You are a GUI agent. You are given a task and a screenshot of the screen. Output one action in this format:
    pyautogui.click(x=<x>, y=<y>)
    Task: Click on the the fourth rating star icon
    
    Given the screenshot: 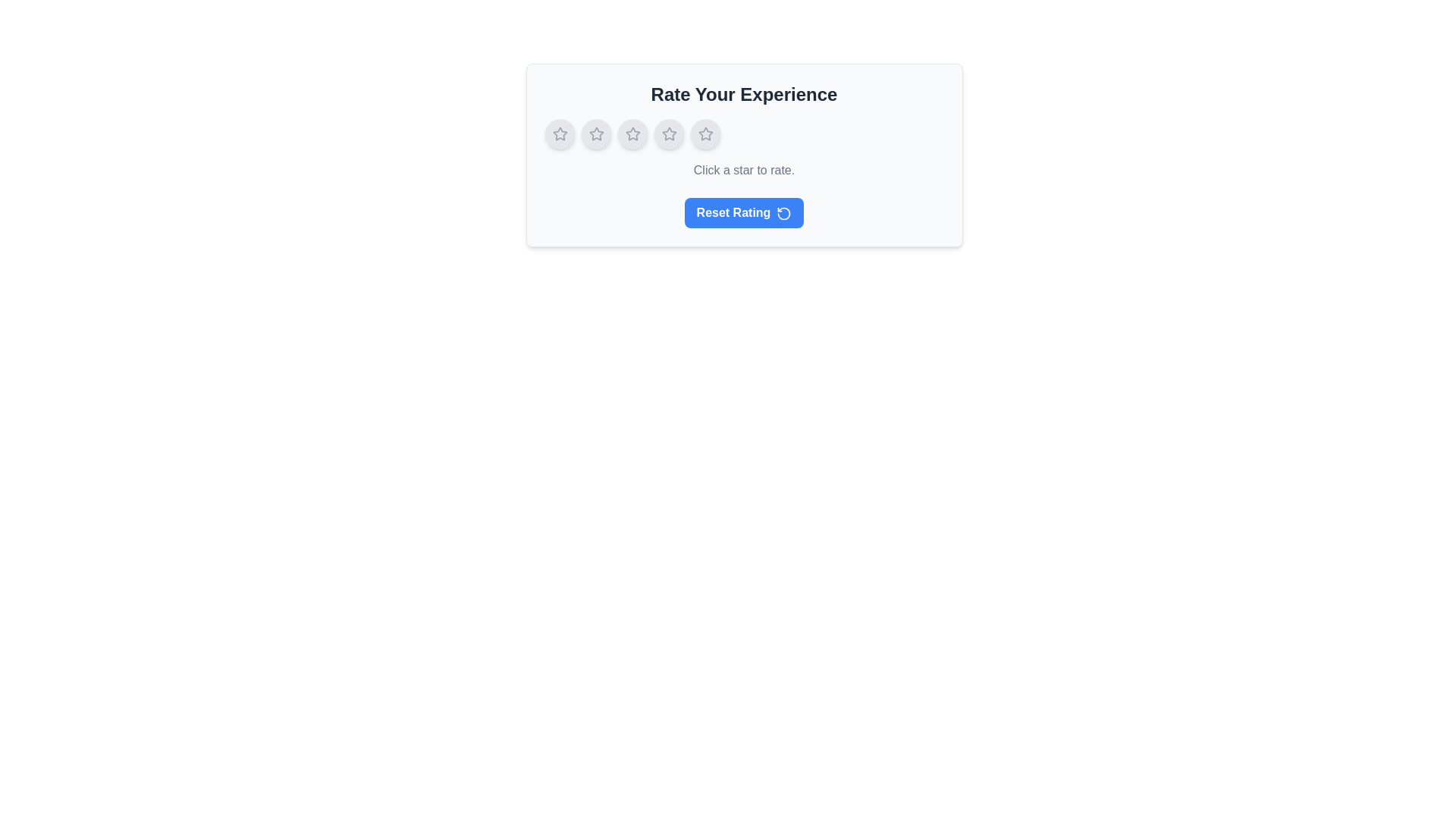 What is the action you would take?
    pyautogui.click(x=704, y=133)
    